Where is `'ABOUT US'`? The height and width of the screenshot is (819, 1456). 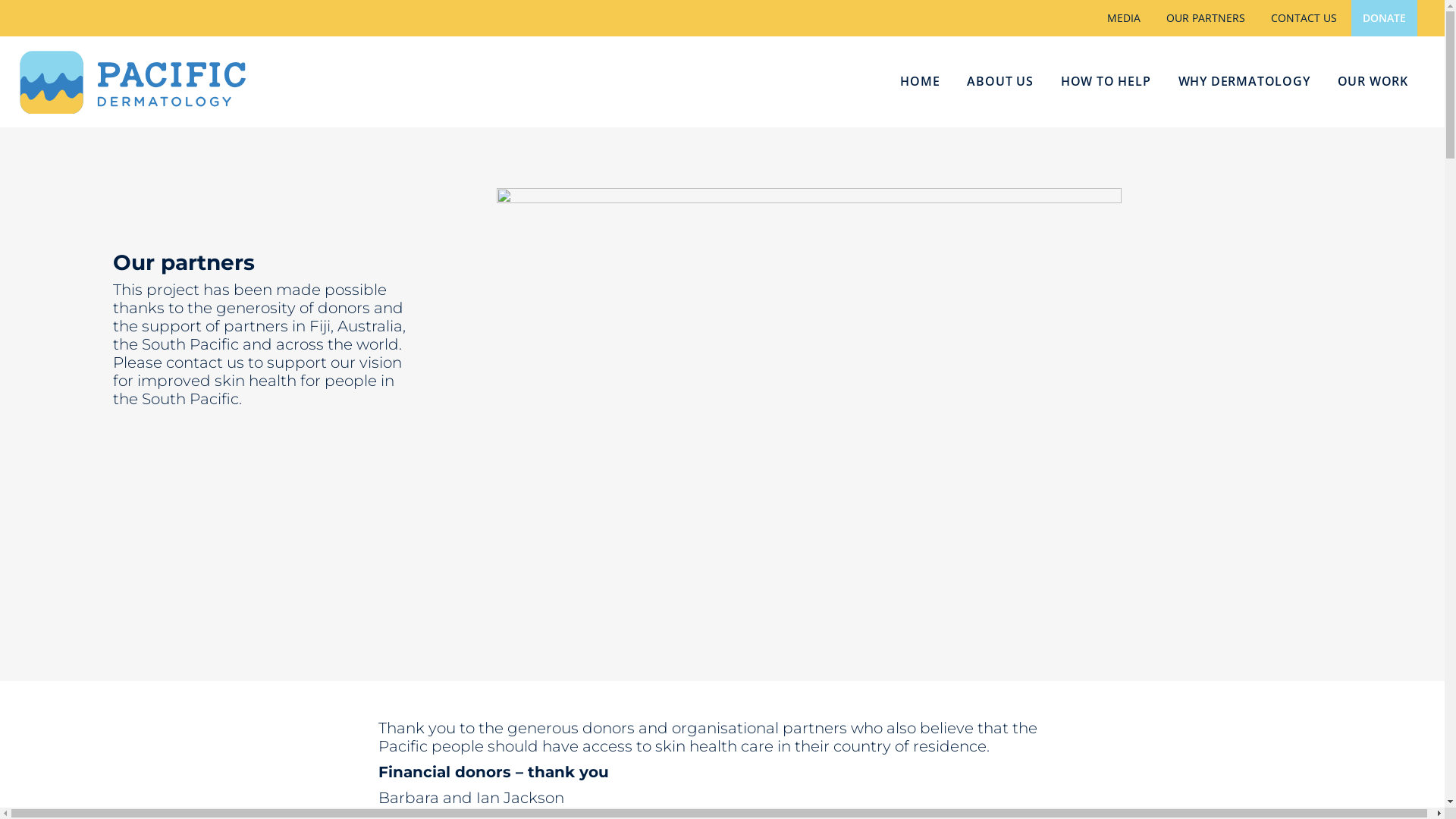 'ABOUT US' is located at coordinates (999, 82).